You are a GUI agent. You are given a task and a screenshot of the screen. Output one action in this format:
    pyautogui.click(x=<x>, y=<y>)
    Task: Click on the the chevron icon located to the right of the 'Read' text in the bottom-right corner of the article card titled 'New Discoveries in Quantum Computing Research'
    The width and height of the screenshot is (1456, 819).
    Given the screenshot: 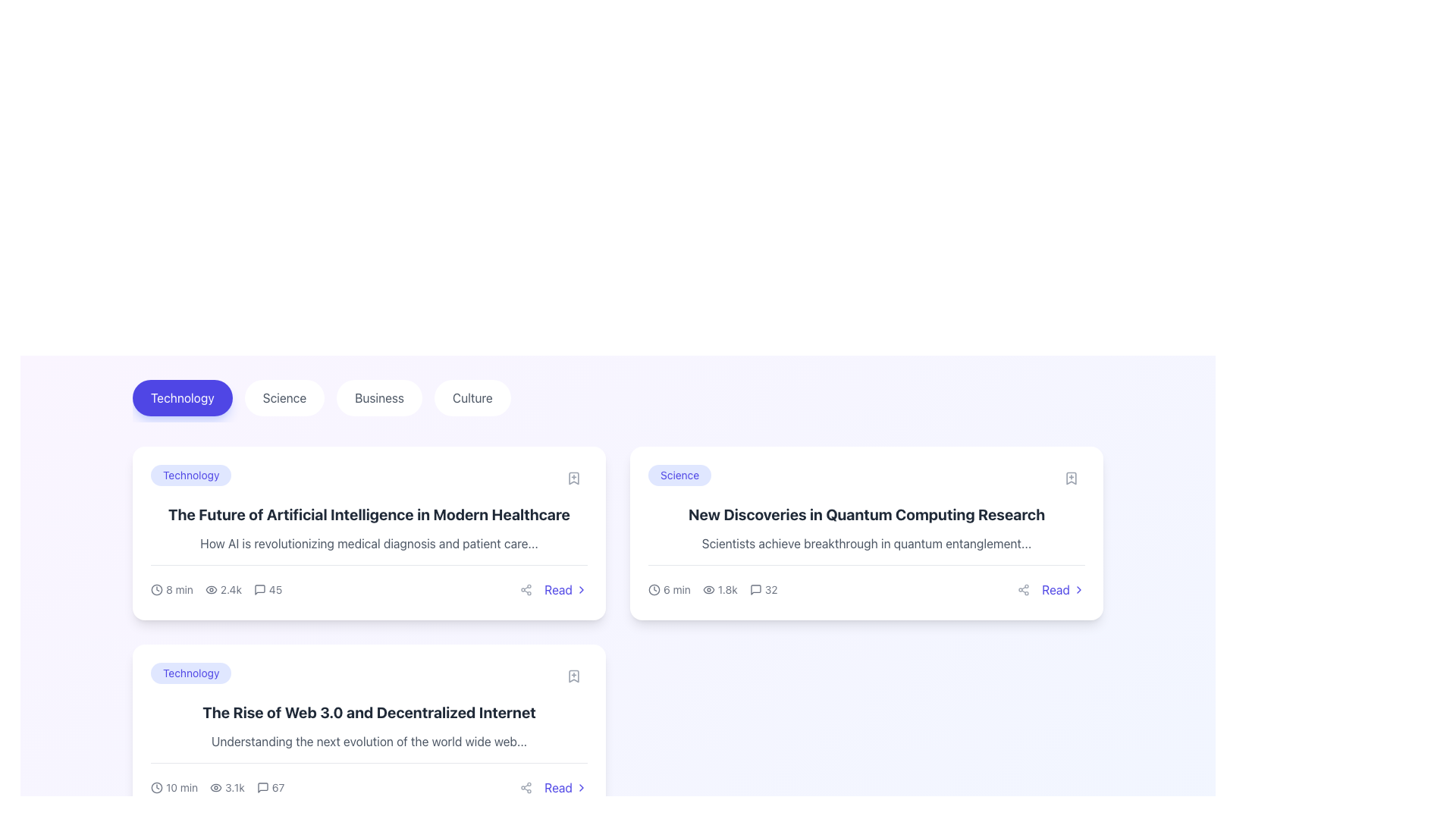 What is the action you would take?
    pyautogui.click(x=1078, y=589)
    